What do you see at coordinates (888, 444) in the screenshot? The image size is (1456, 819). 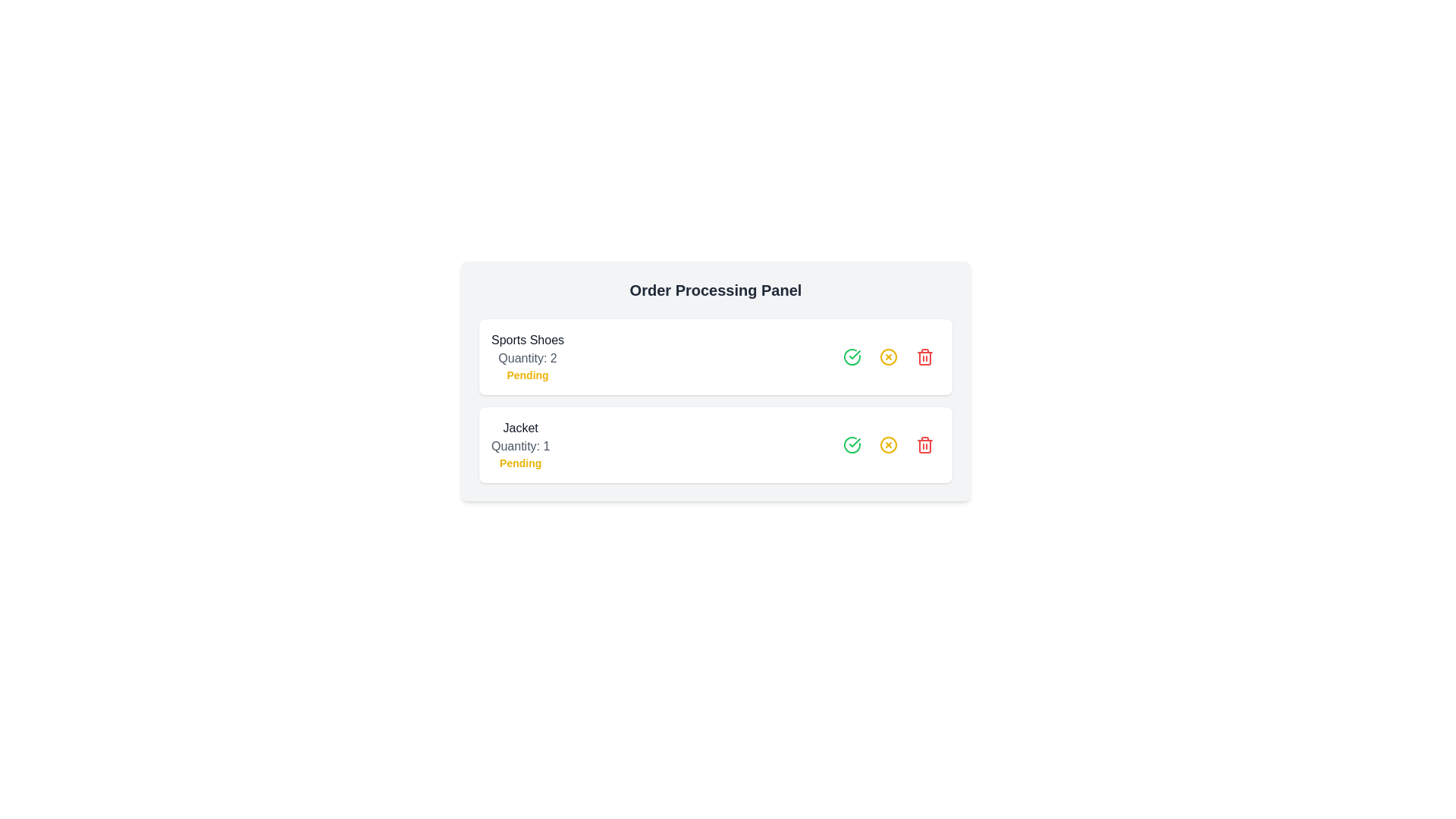 I see `the cancellation button icon located in the second row of order information, slightly to the left of the trash bin icon and adjacent to the 'approve' icon` at bounding box center [888, 444].